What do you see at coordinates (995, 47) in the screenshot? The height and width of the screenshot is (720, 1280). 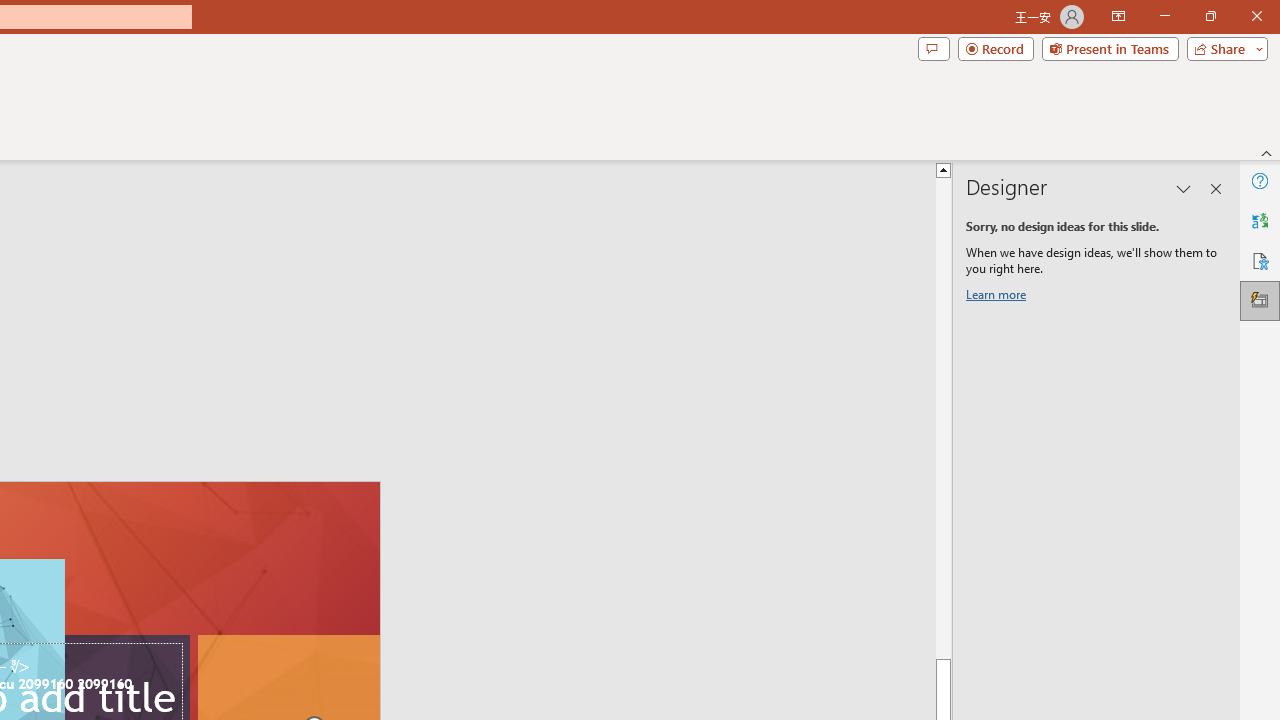 I see `'Record'` at bounding box center [995, 47].